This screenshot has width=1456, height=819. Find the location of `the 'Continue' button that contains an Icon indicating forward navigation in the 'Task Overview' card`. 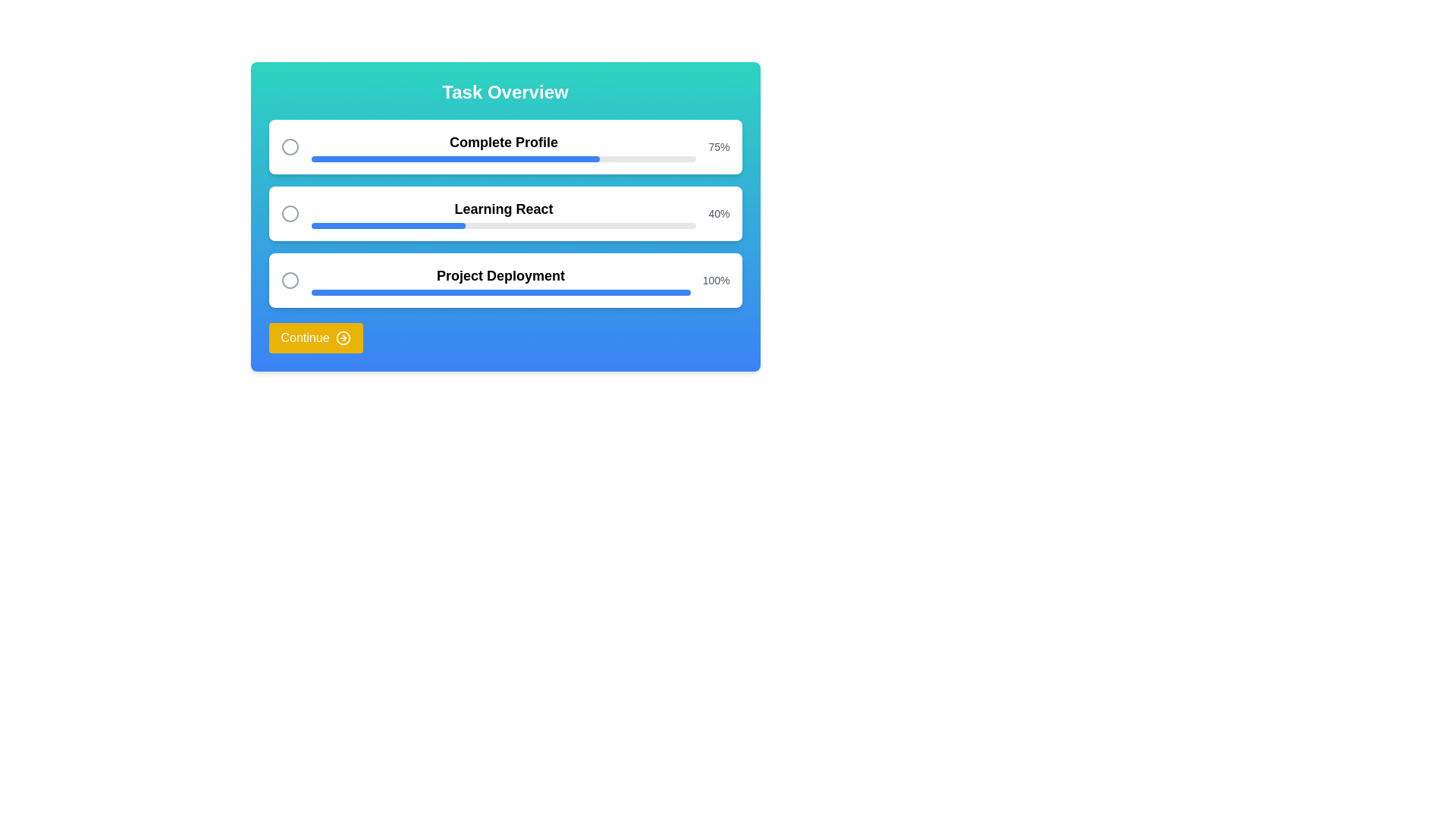

the 'Continue' button that contains an Icon indicating forward navigation in the 'Task Overview' card is located at coordinates (342, 337).